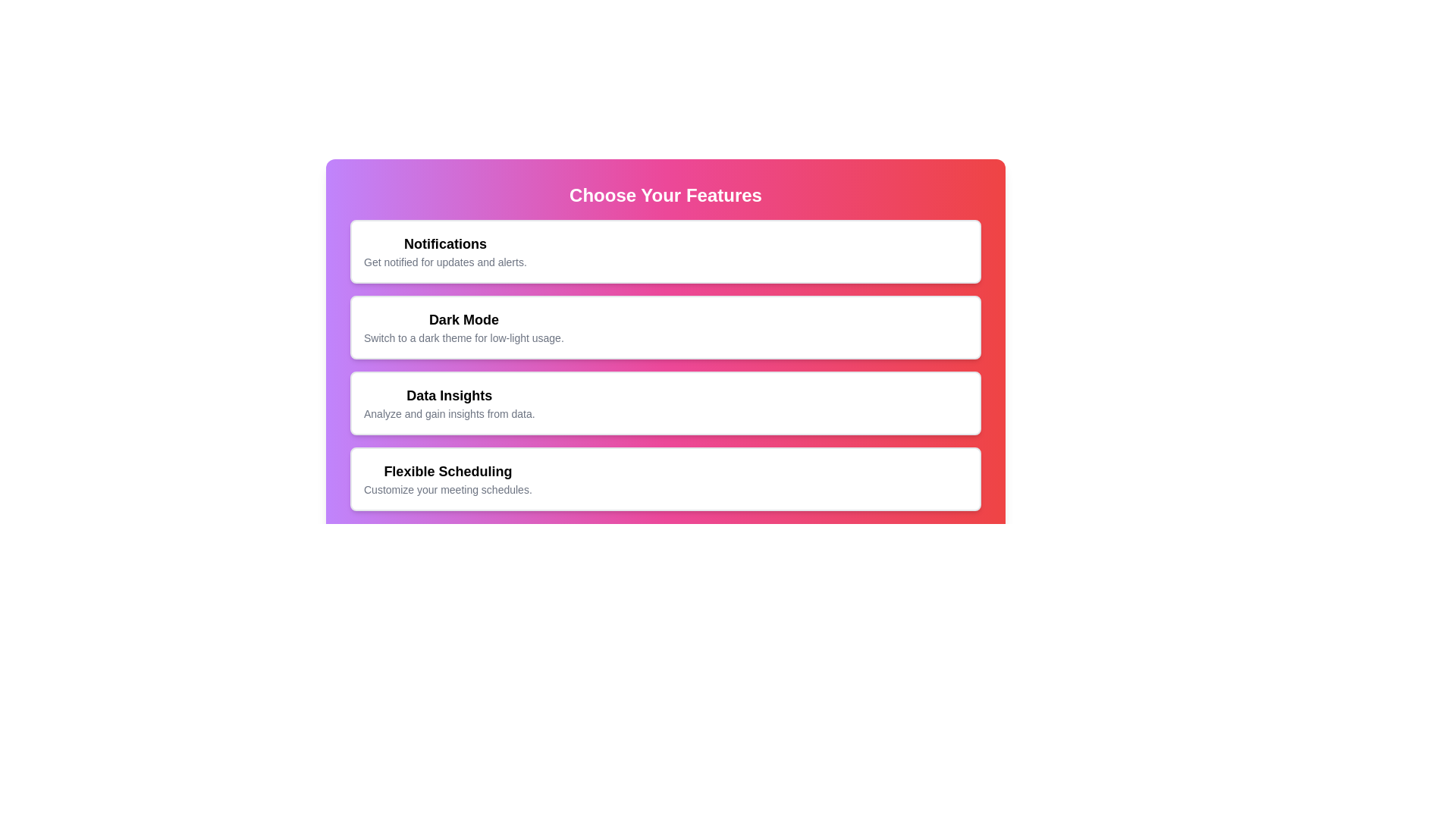 This screenshot has width=1456, height=819. Describe the element at coordinates (447, 479) in the screenshot. I see `the Informational Card that presents information about the feature 'Flexible Scheduling', located at the bottom of the list of features under the section titled 'Choose Your Features'` at that location.